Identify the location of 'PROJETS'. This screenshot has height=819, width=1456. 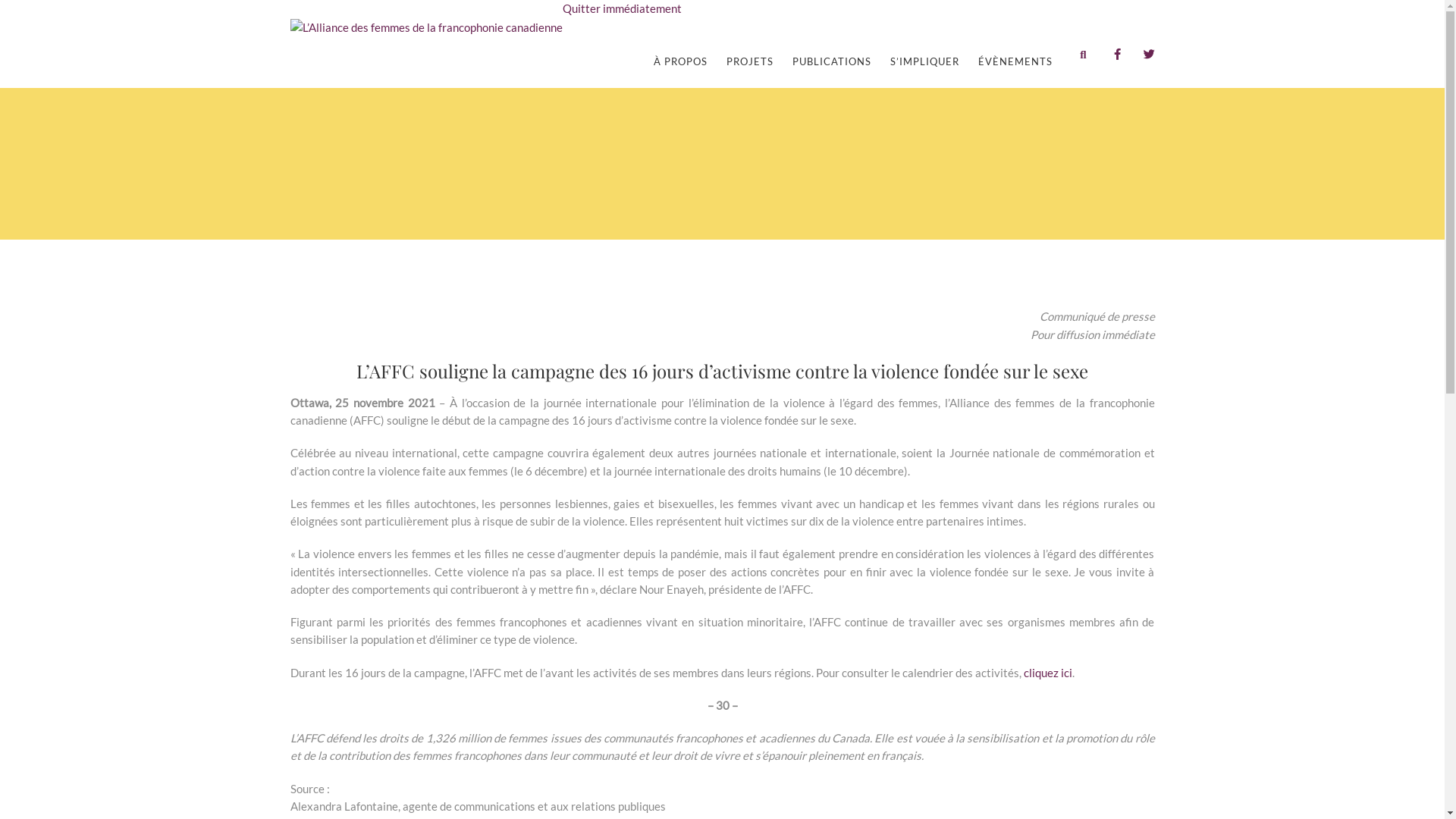
(749, 61).